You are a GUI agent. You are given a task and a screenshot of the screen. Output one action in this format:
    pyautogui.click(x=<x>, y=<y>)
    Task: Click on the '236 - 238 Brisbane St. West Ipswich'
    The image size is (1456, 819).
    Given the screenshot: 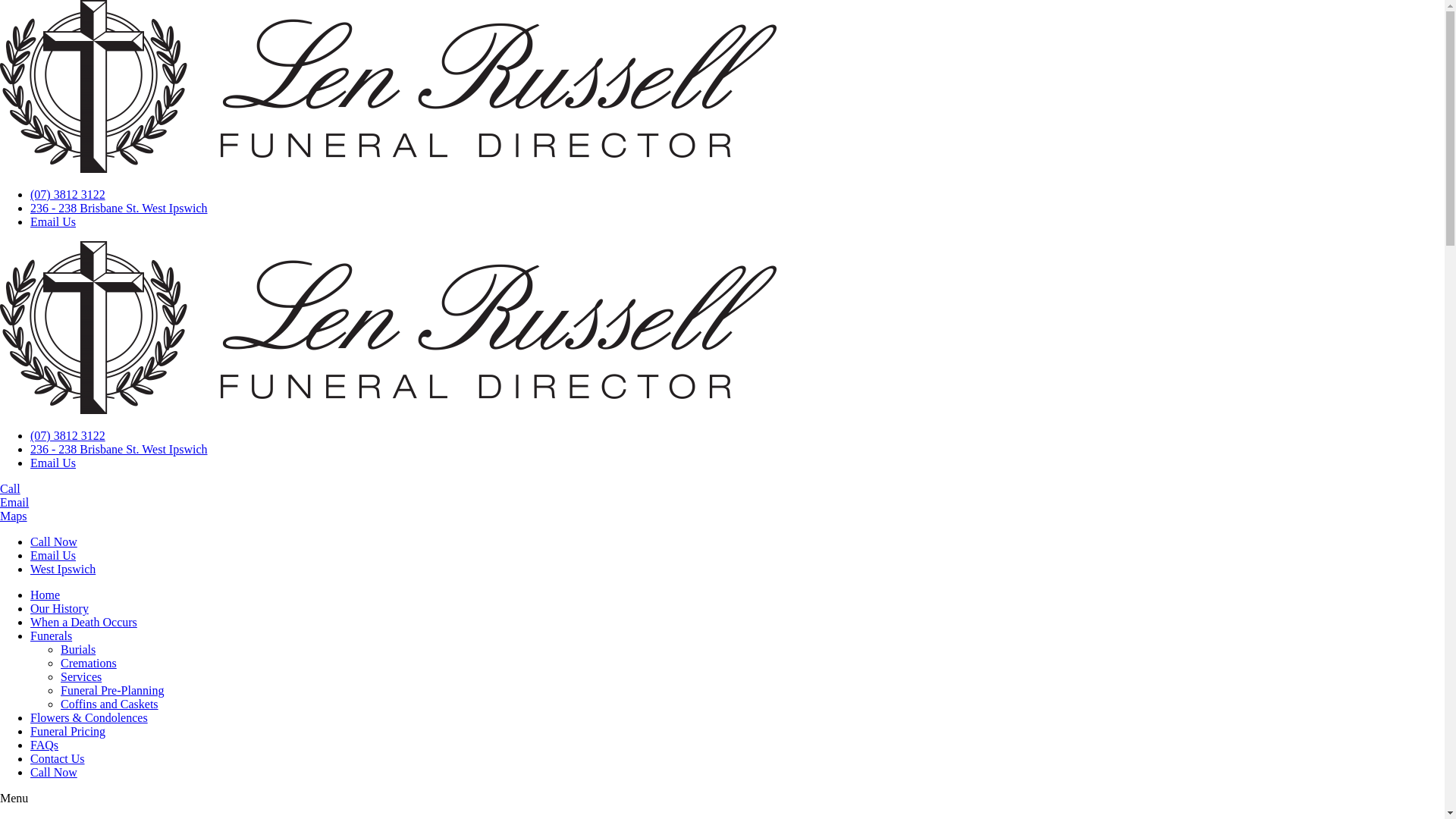 What is the action you would take?
    pyautogui.click(x=118, y=208)
    